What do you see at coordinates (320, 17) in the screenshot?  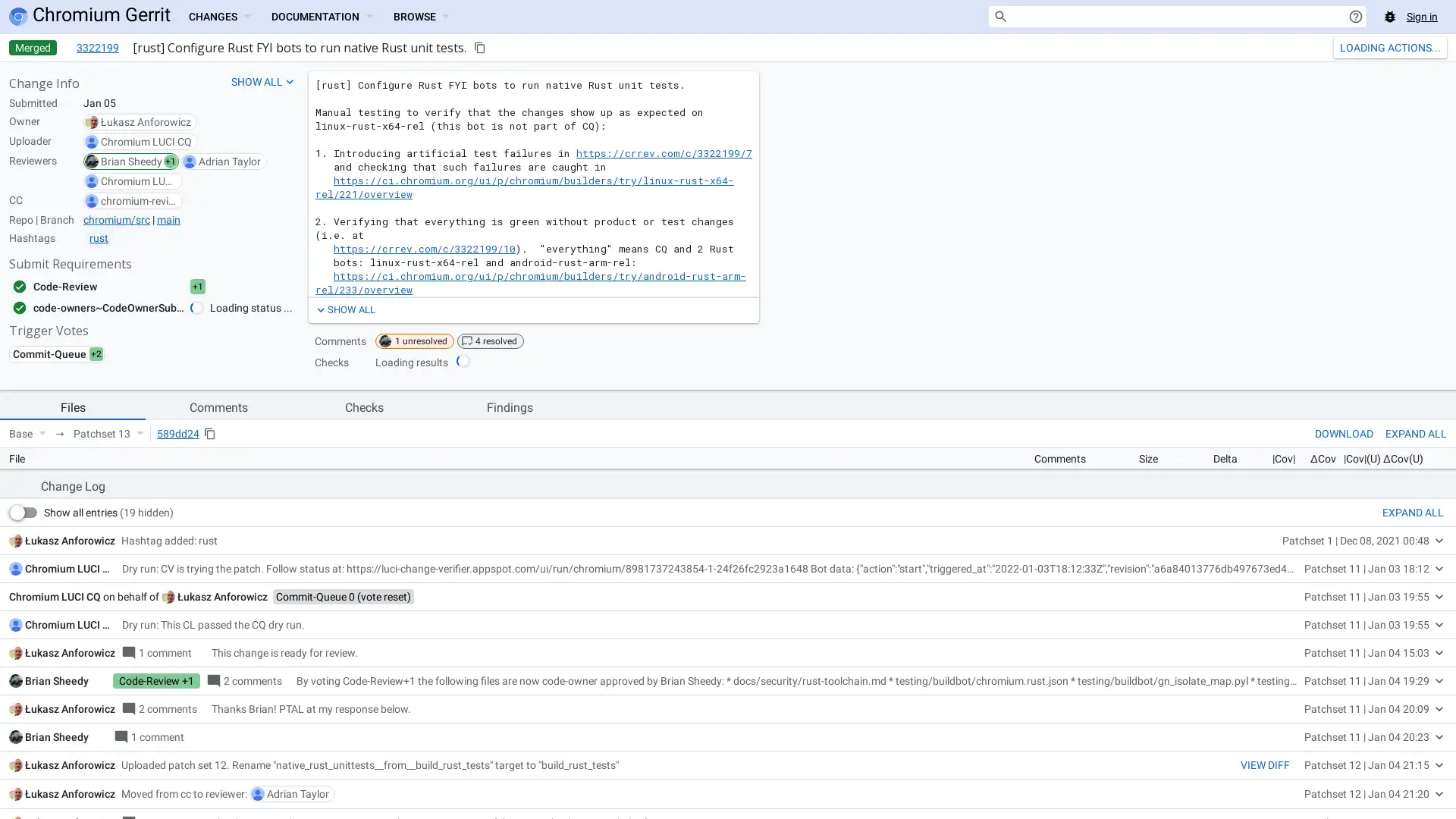 I see `DOCUMENTATION` at bounding box center [320, 17].